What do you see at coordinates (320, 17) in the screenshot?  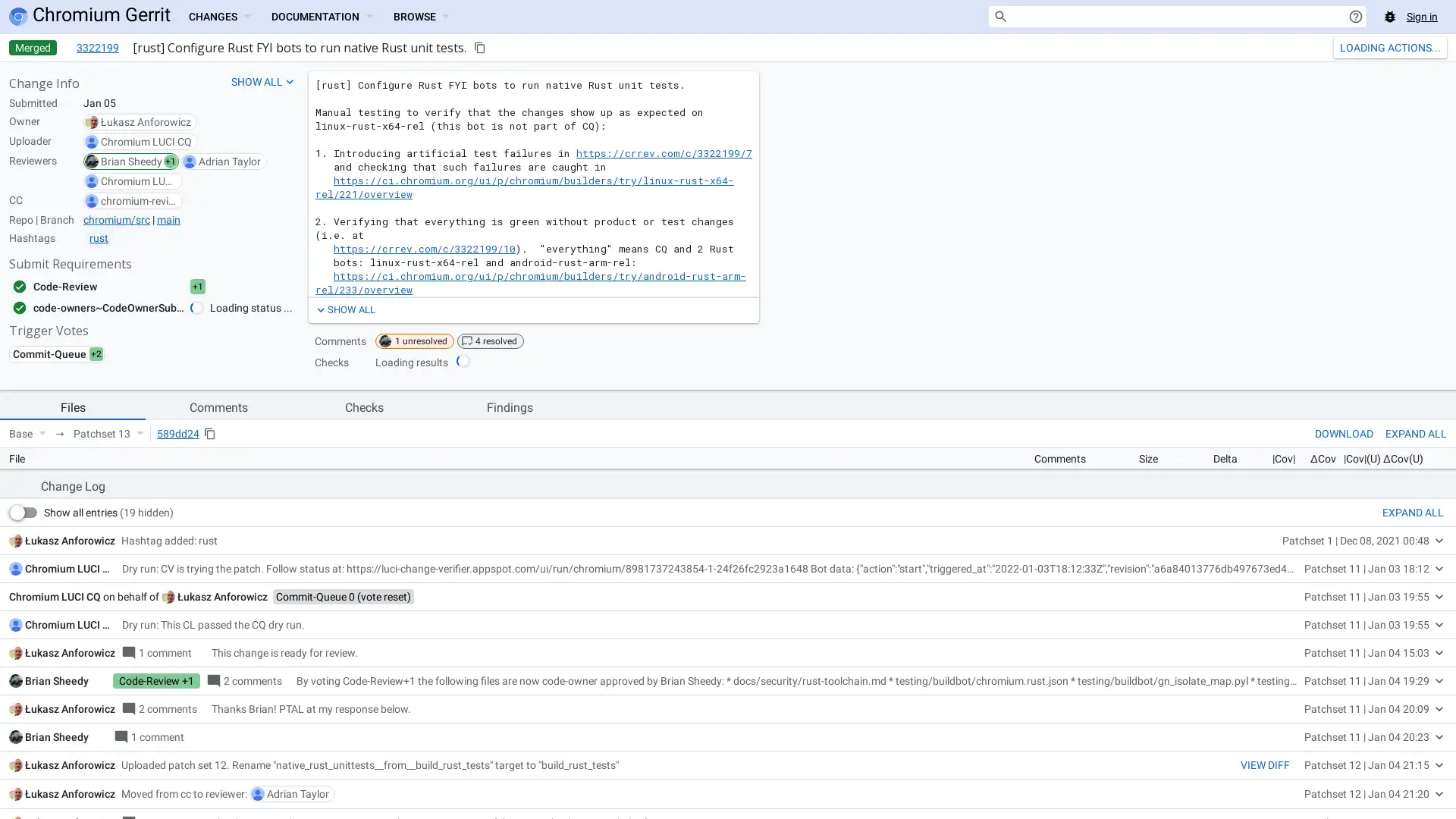 I see `DOCUMENTATION` at bounding box center [320, 17].